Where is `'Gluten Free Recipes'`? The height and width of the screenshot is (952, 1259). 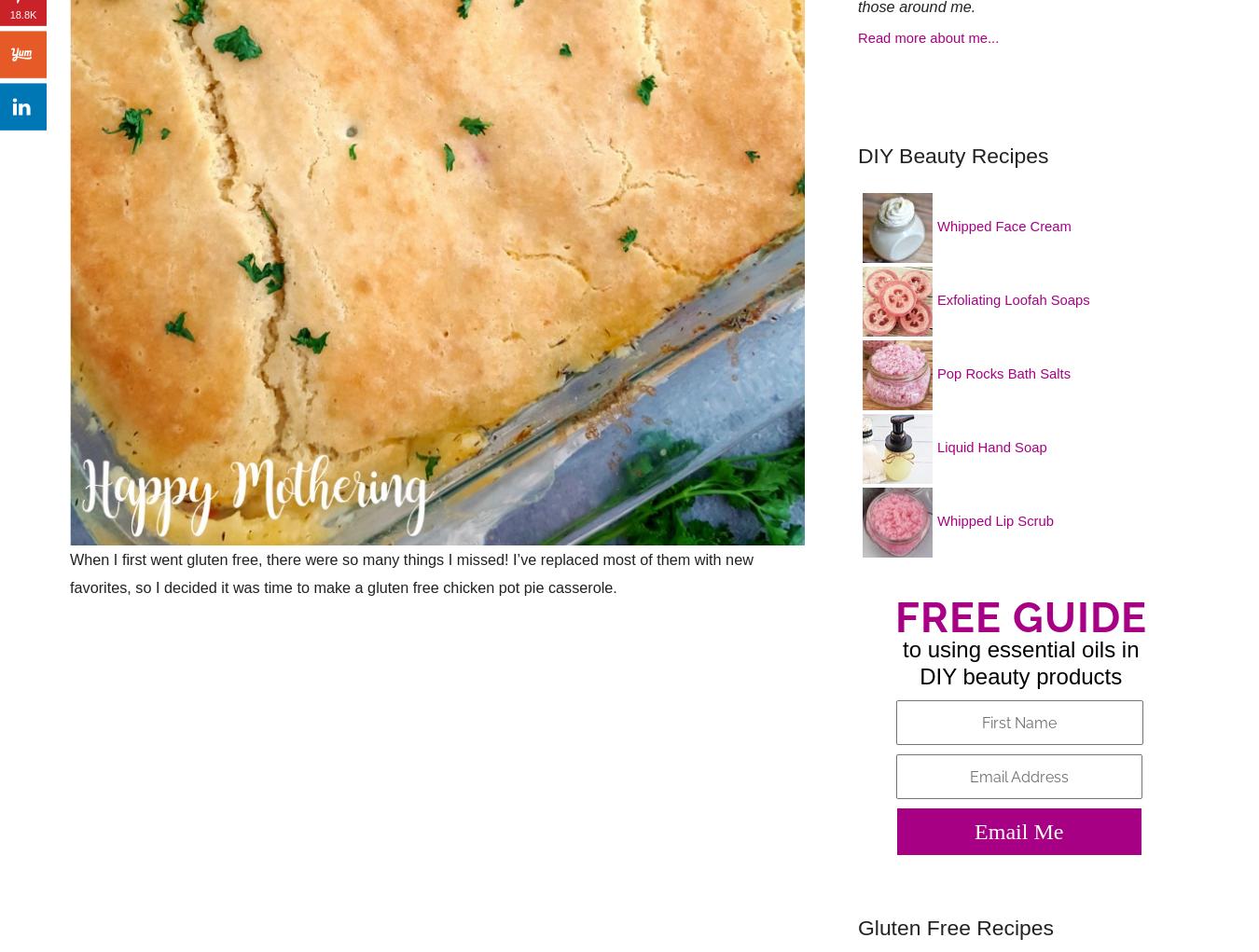 'Gluten Free Recipes' is located at coordinates (955, 927).